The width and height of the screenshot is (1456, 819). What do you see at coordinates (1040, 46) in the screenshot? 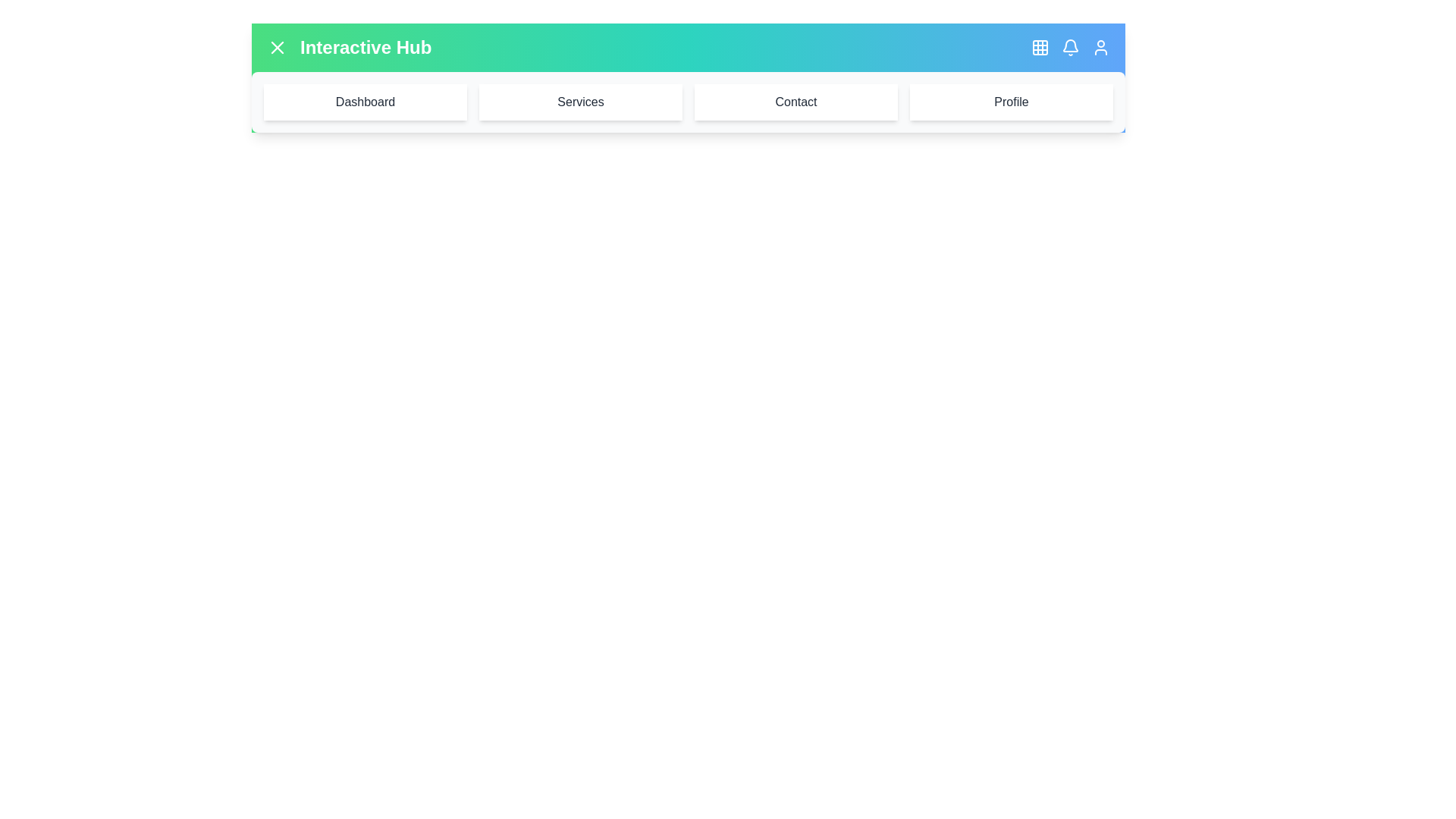
I see `grid icon button located in the app bar` at bounding box center [1040, 46].